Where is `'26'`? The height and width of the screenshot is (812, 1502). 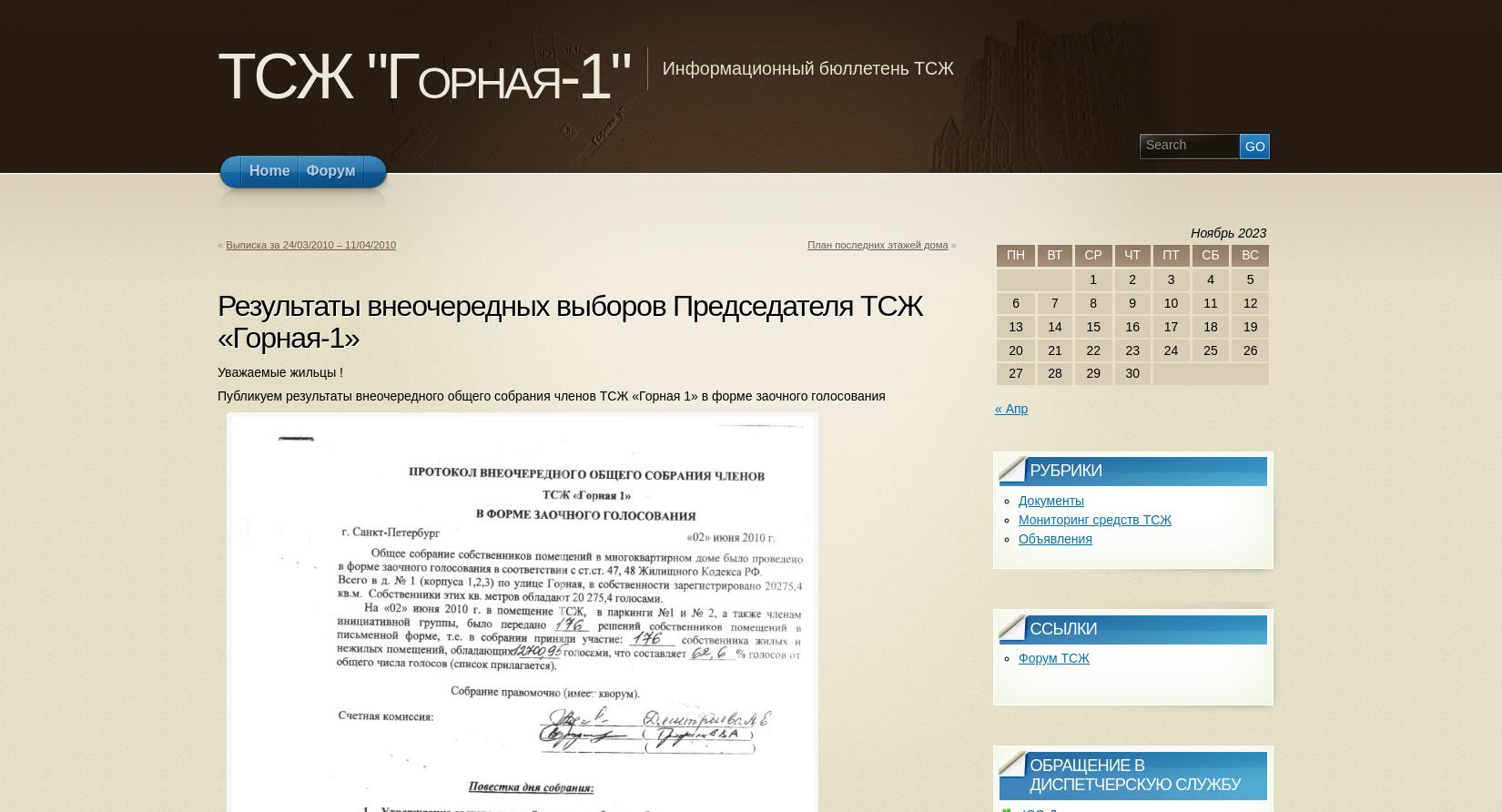
'26' is located at coordinates (1242, 349).